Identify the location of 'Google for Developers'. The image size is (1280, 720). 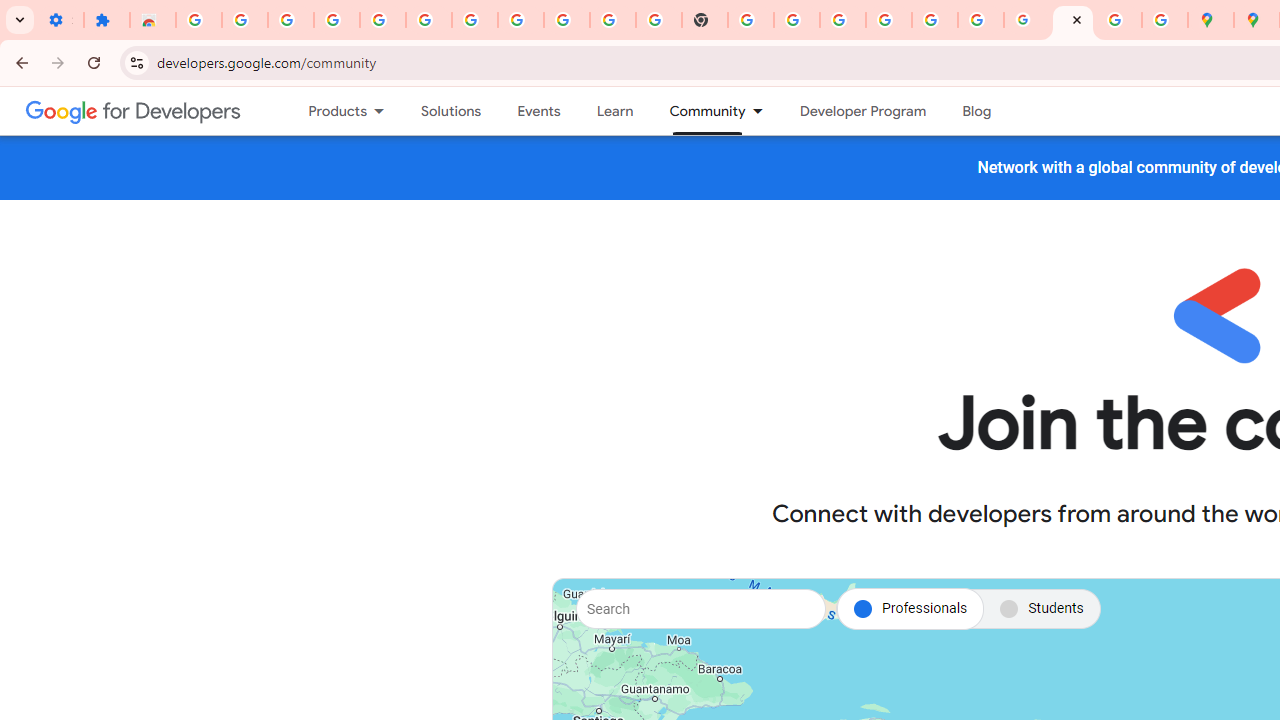
(132, 110).